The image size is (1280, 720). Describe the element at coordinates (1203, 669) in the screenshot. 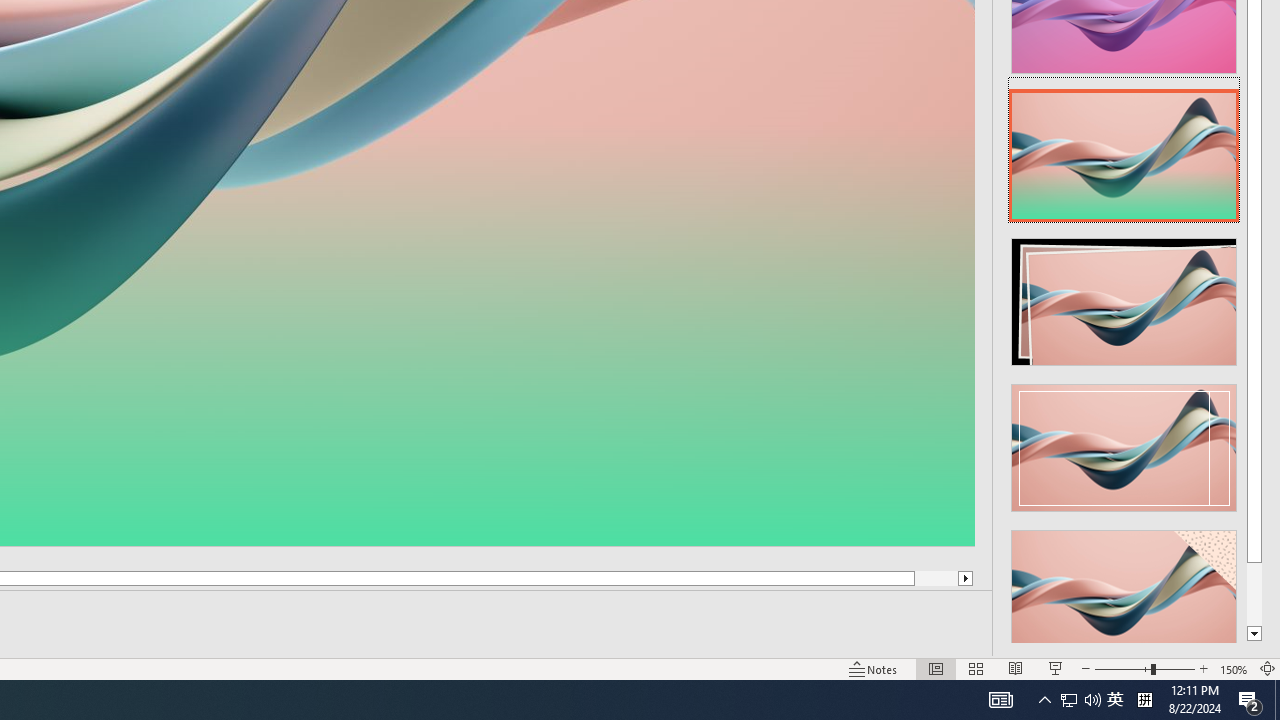

I see `'Zoom In'` at that location.